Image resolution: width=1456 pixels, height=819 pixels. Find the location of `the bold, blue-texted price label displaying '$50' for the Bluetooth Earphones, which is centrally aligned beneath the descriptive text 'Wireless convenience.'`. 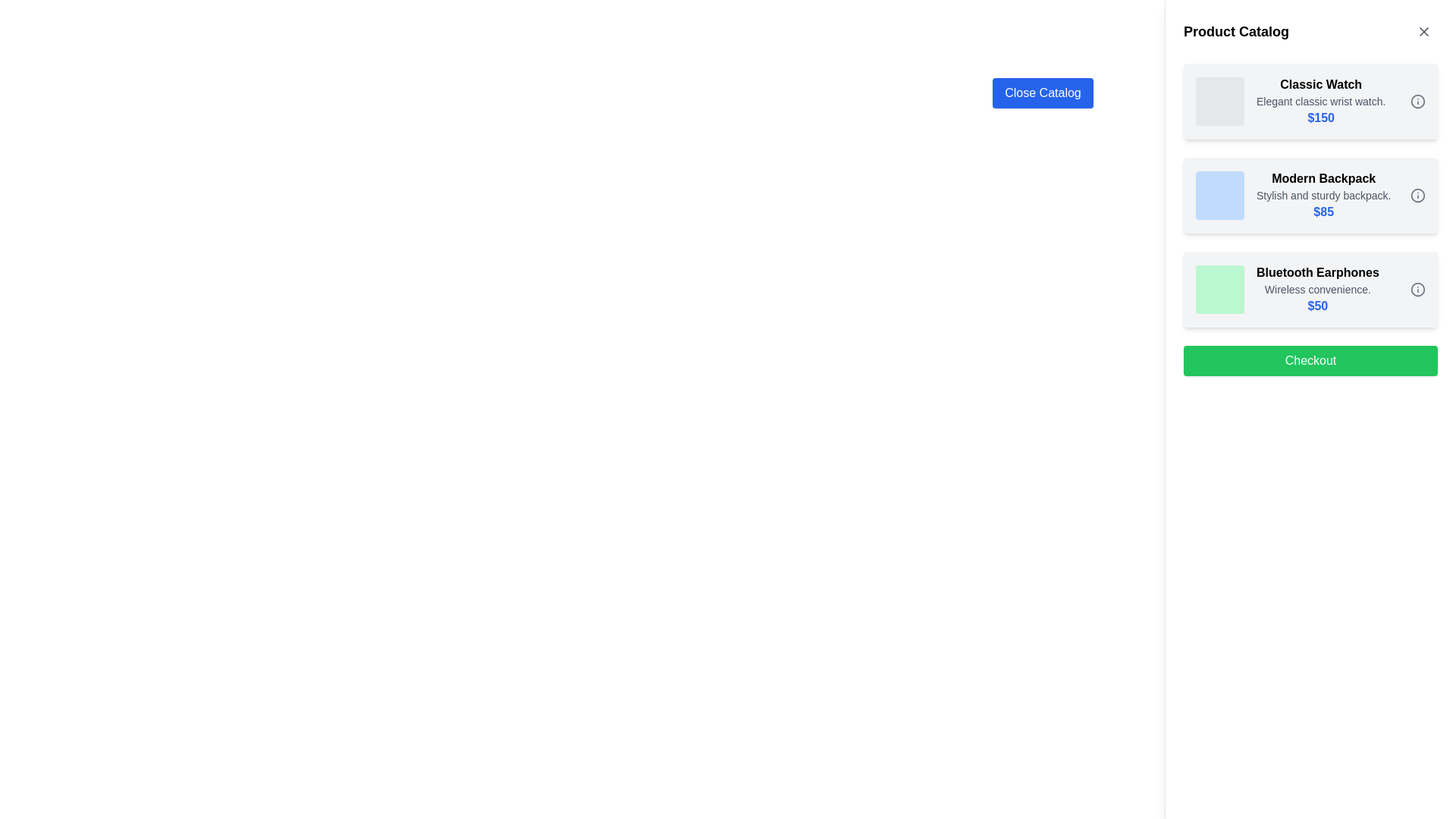

the bold, blue-texted price label displaying '$50' for the Bluetooth Earphones, which is centrally aligned beneath the descriptive text 'Wireless convenience.' is located at coordinates (1316, 306).